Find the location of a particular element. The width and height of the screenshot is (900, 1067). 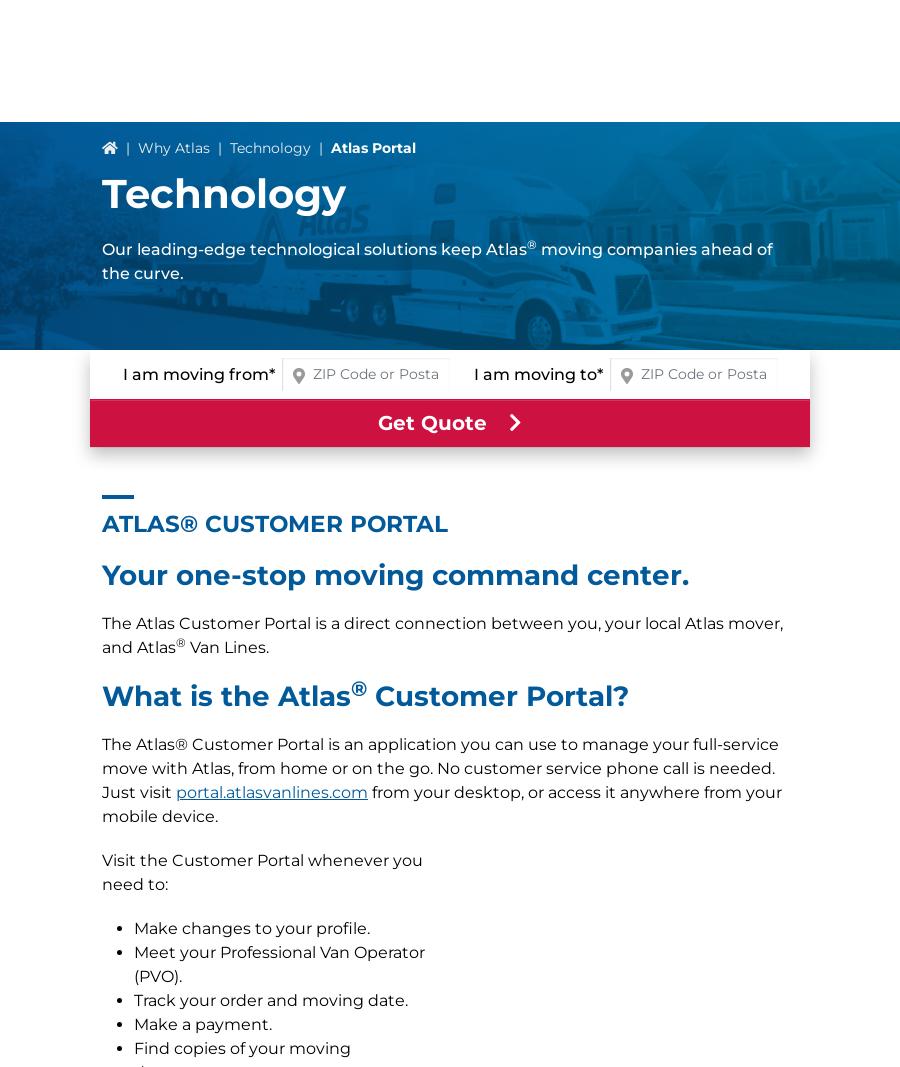

'International Moves' is located at coordinates (195, 946).